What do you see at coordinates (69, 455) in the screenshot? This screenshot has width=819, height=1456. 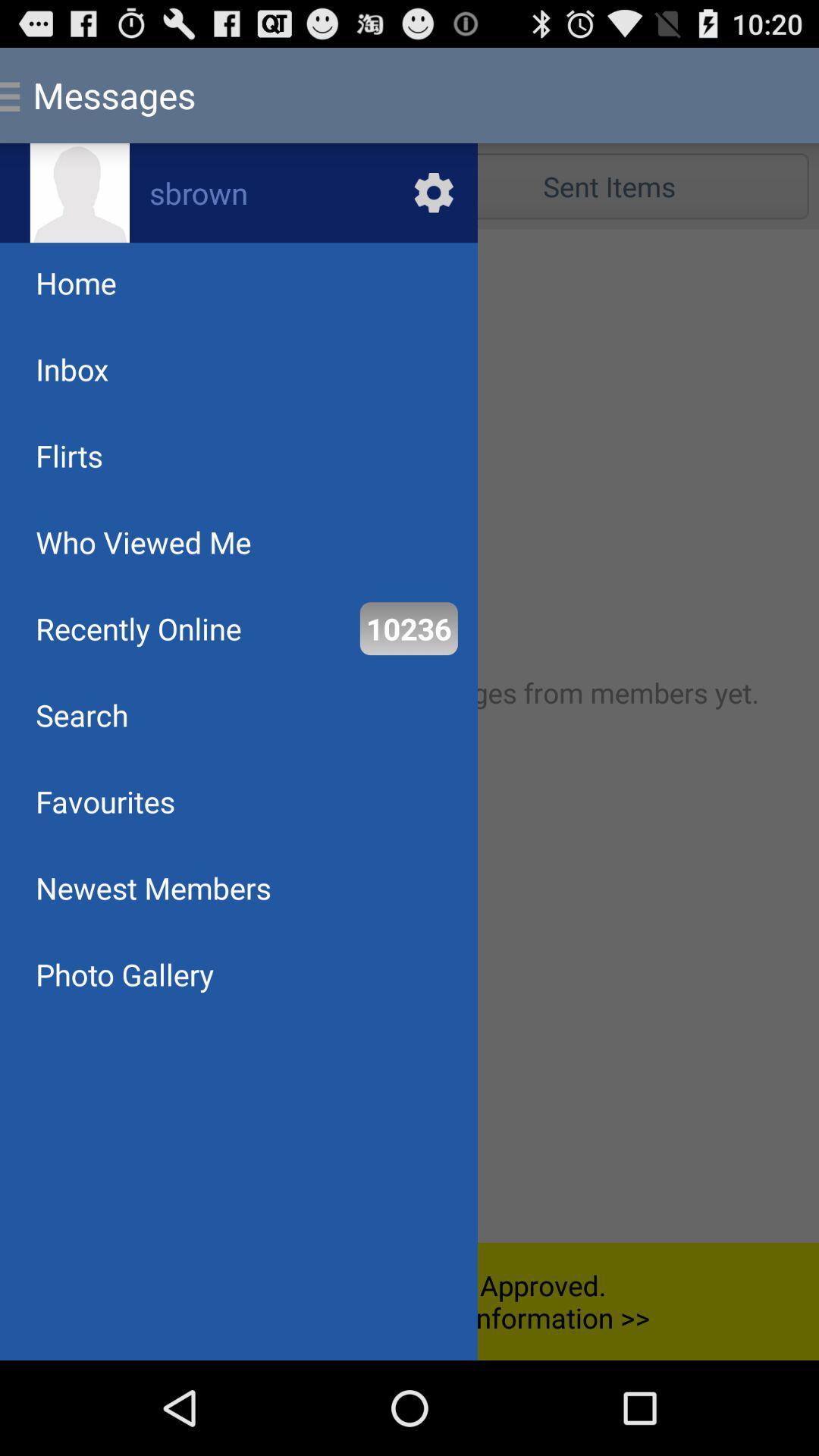 I see `flirts` at bounding box center [69, 455].